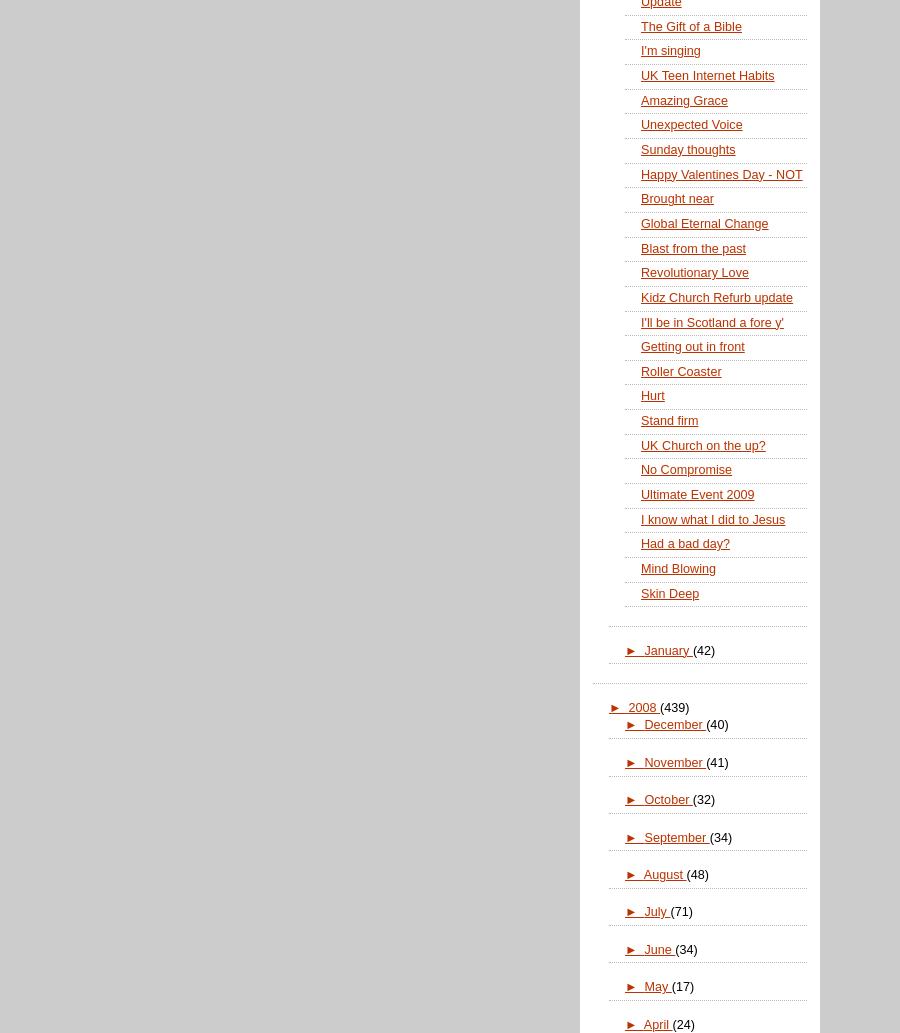  What do you see at coordinates (690, 26) in the screenshot?
I see `'The Gift of a Bible'` at bounding box center [690, 26].